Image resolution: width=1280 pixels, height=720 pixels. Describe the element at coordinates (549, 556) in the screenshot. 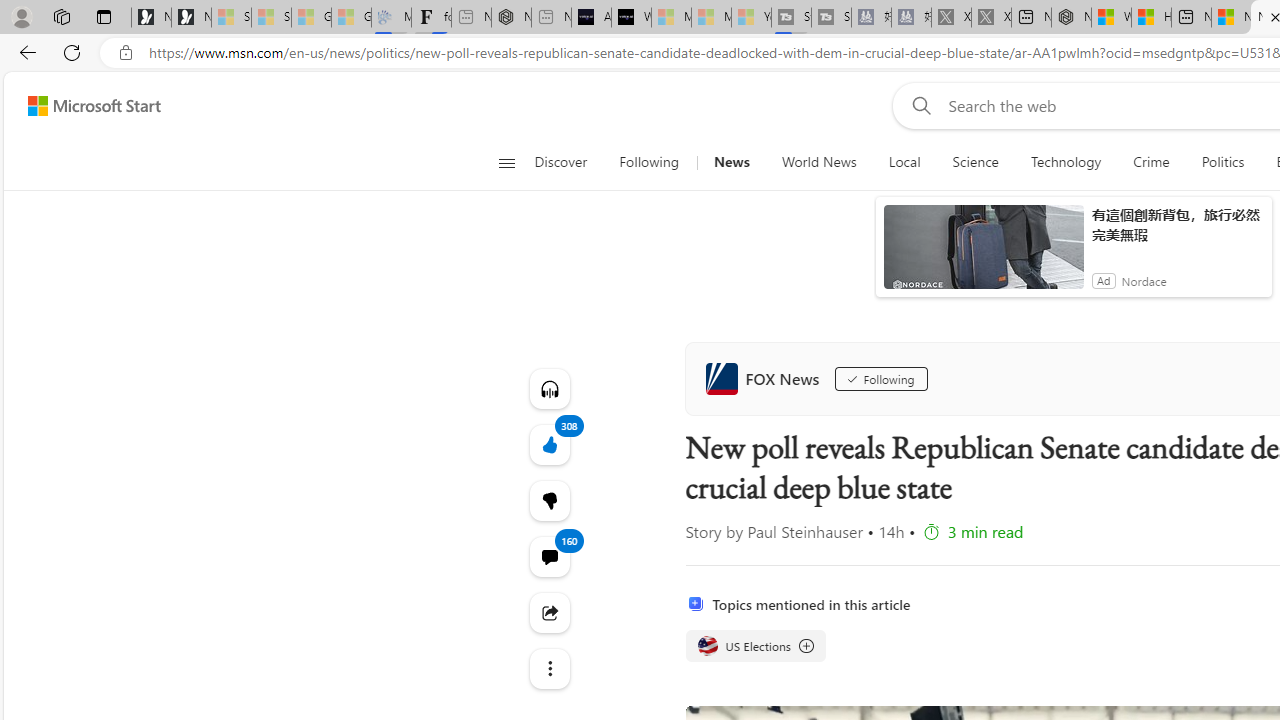

I see `'View comments 160 Comment'` at that location.